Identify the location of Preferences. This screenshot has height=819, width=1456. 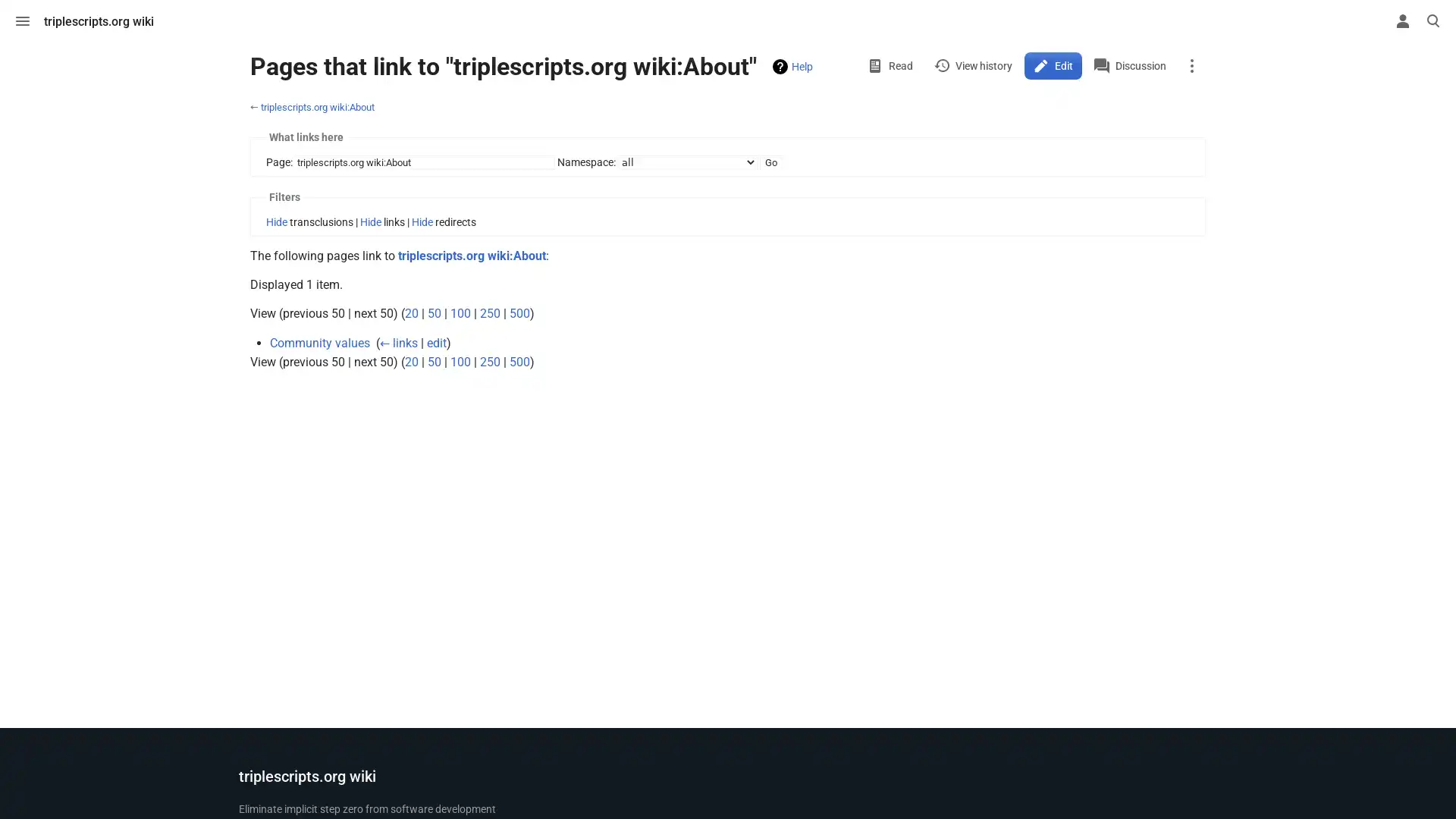
(1372, 20).